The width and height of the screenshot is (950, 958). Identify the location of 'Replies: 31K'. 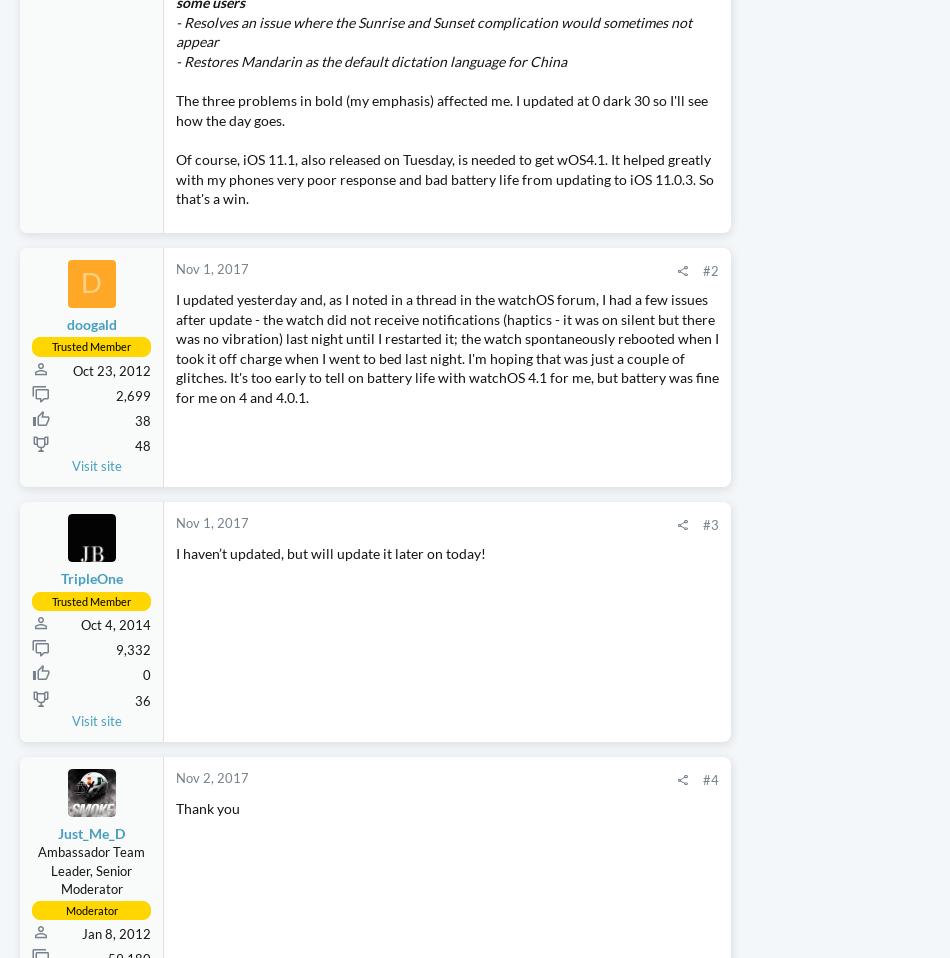
(795, 253).